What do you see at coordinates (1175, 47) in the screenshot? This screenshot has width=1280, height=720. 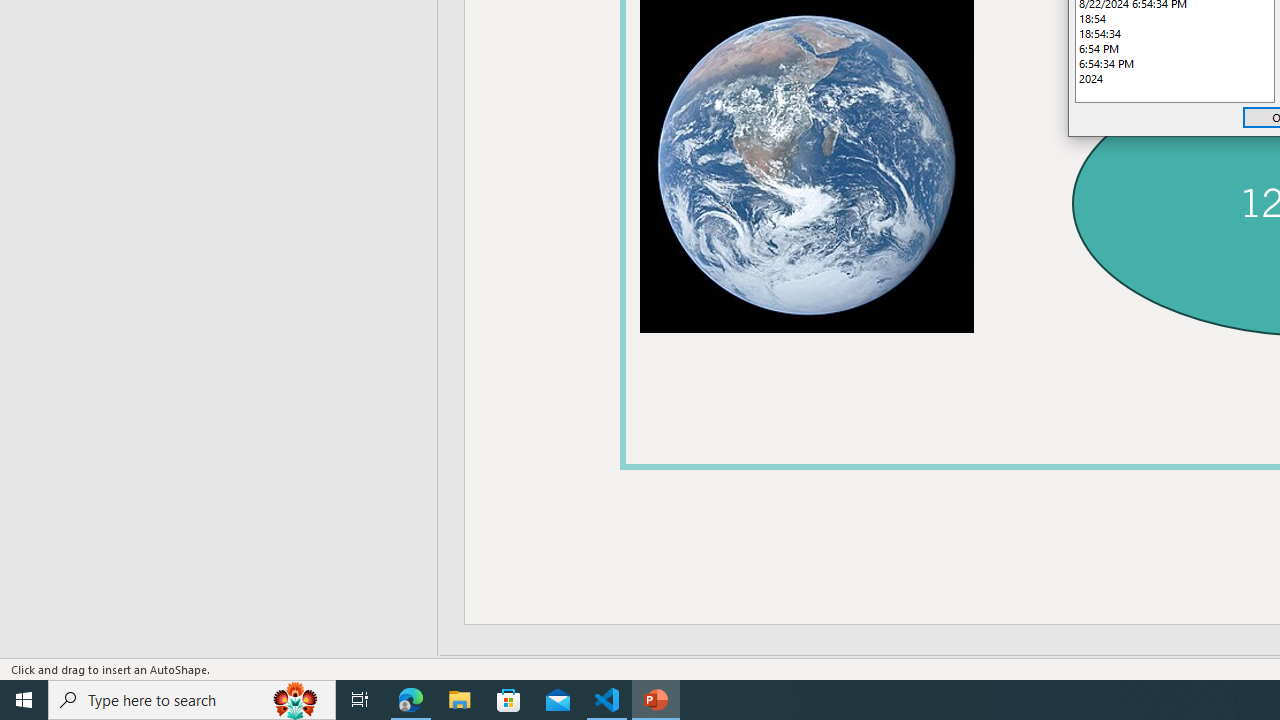 I see `'6:54 PM'` at bounding box center [1175, 47].